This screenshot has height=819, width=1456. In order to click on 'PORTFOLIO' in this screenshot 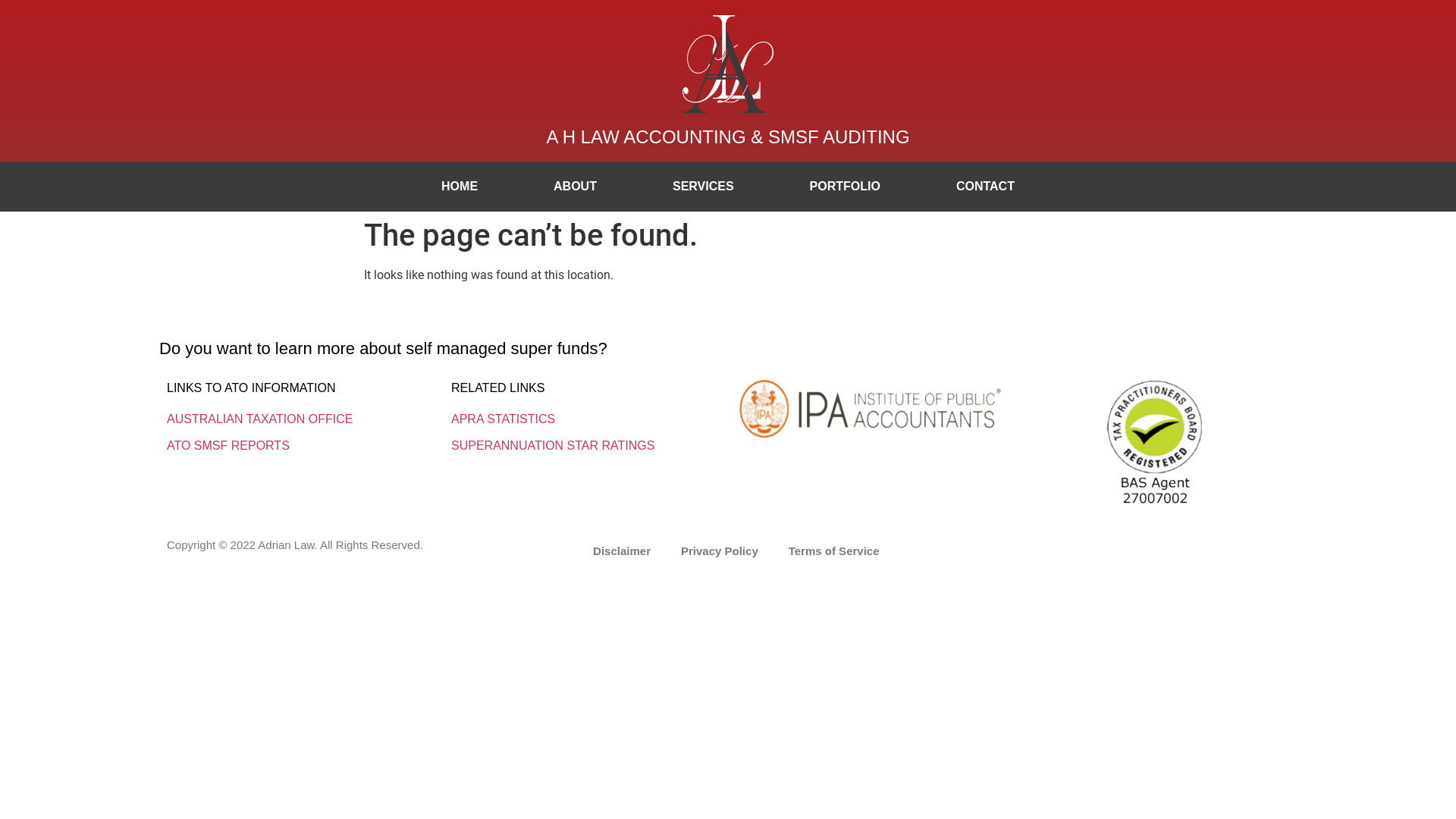, I will do `click(771, 186)`.